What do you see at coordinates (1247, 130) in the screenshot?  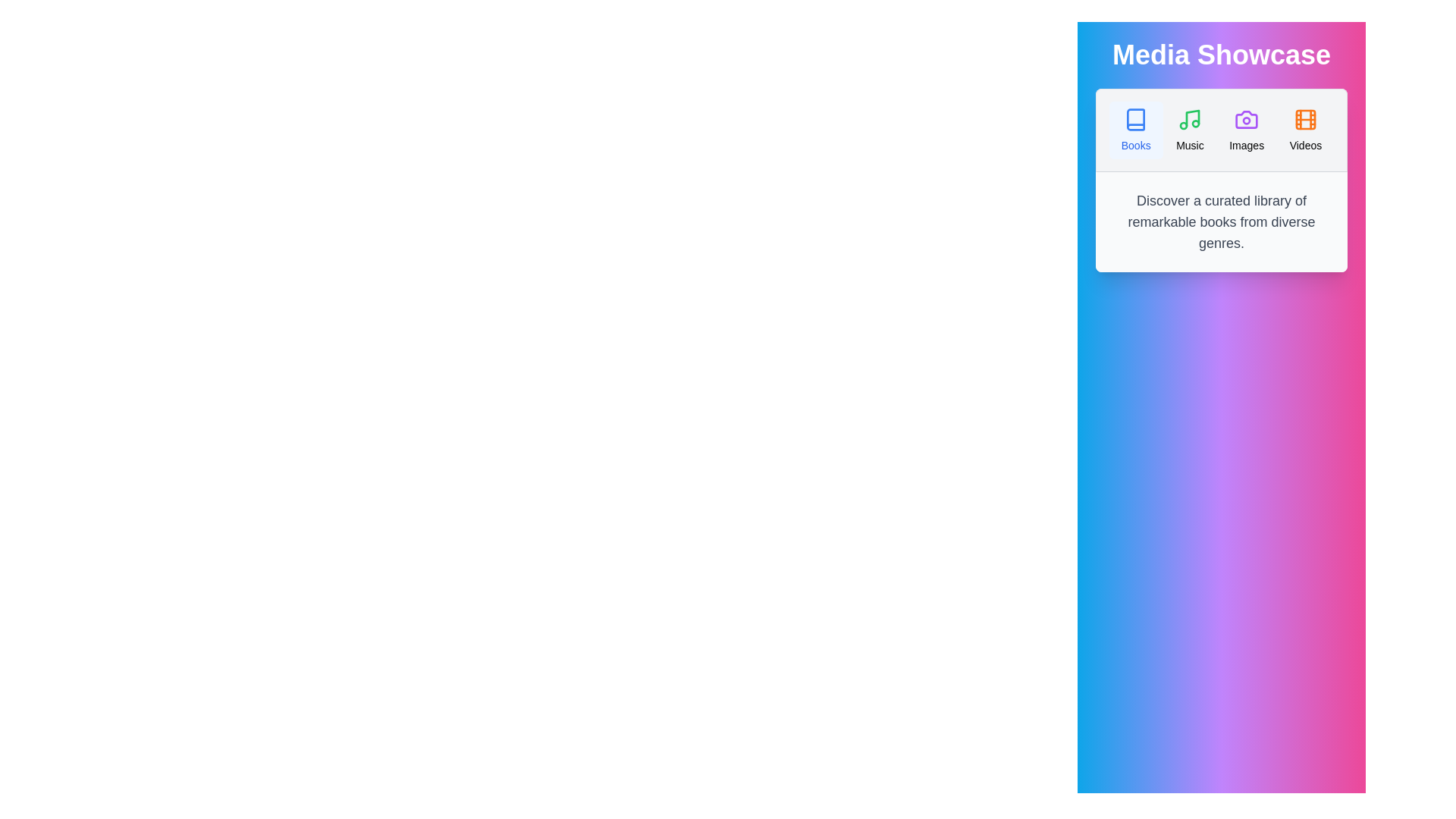 I see `the Images tab by clicking on it` at bounding box center [1247, 130].